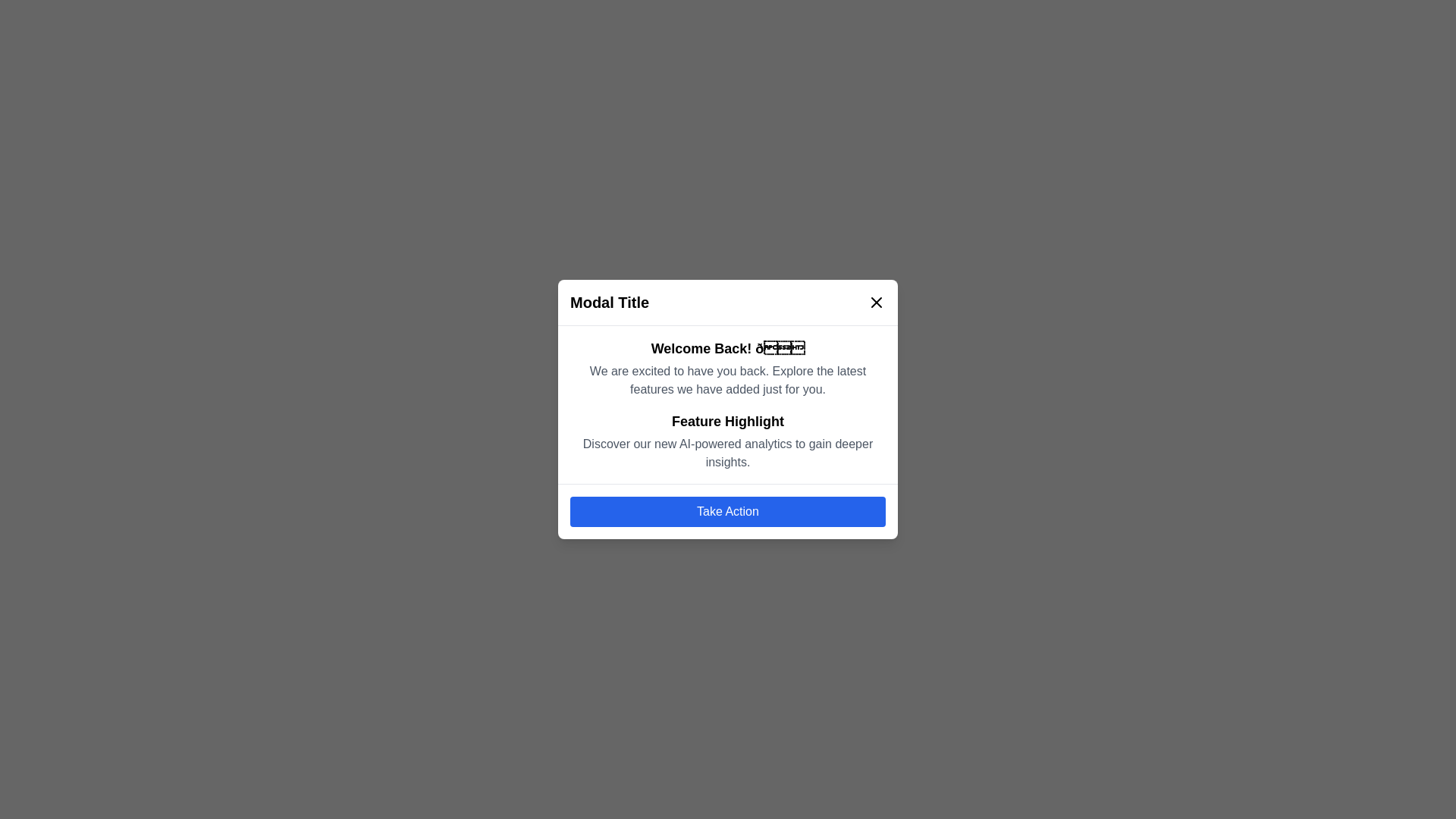  What do you see at coordinates (728, 511) in the screenshot?
I see `the bright blue rectangular button labeled 'Take Action' located at the bottom of the modal dialogue box` at bounding box center [728, 511].